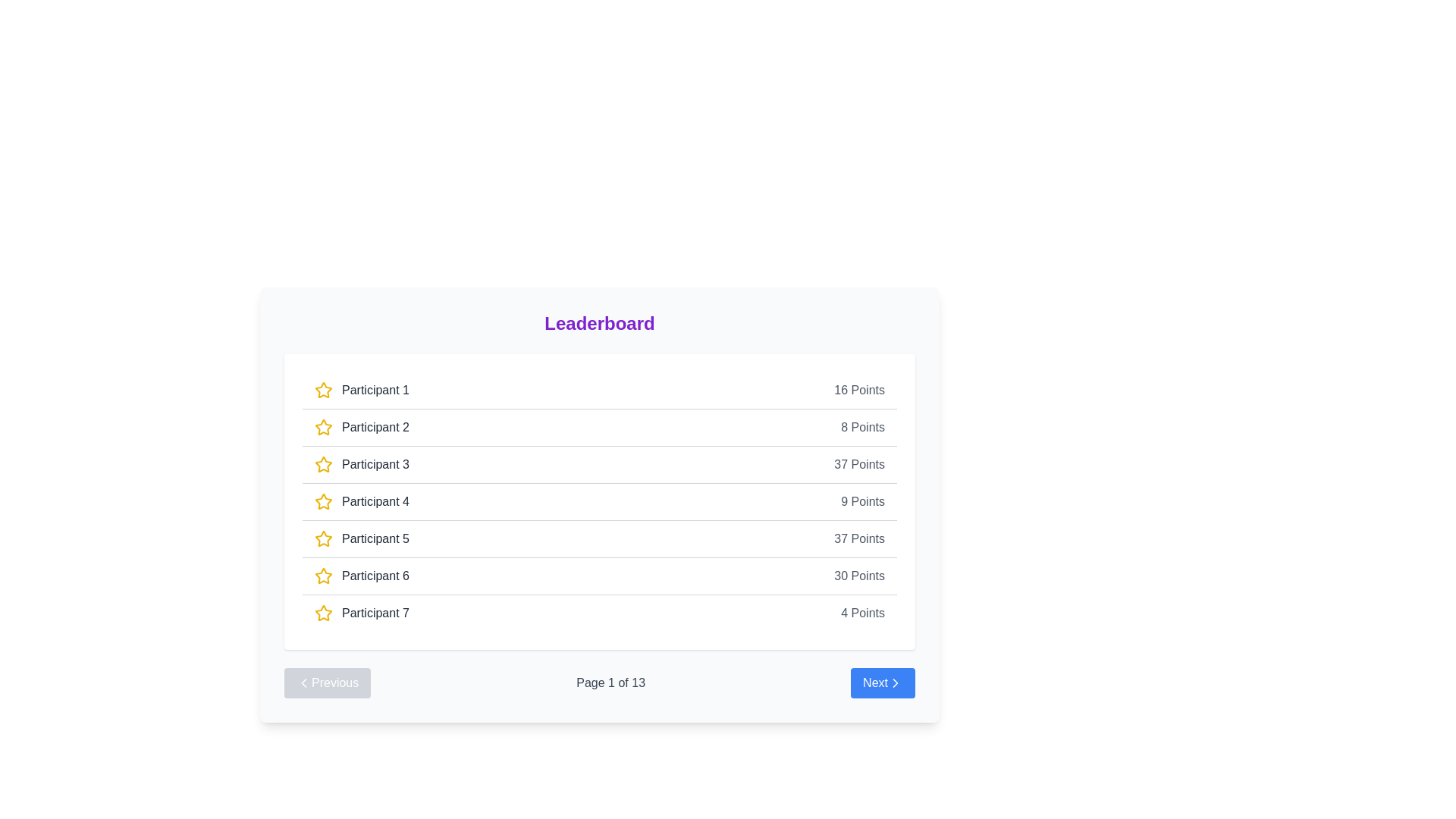  I want to click on static text label displaying '4 Points' located at the far right edge of the row for 'Participant 7' in the leaderboard table, so click(863, 613).